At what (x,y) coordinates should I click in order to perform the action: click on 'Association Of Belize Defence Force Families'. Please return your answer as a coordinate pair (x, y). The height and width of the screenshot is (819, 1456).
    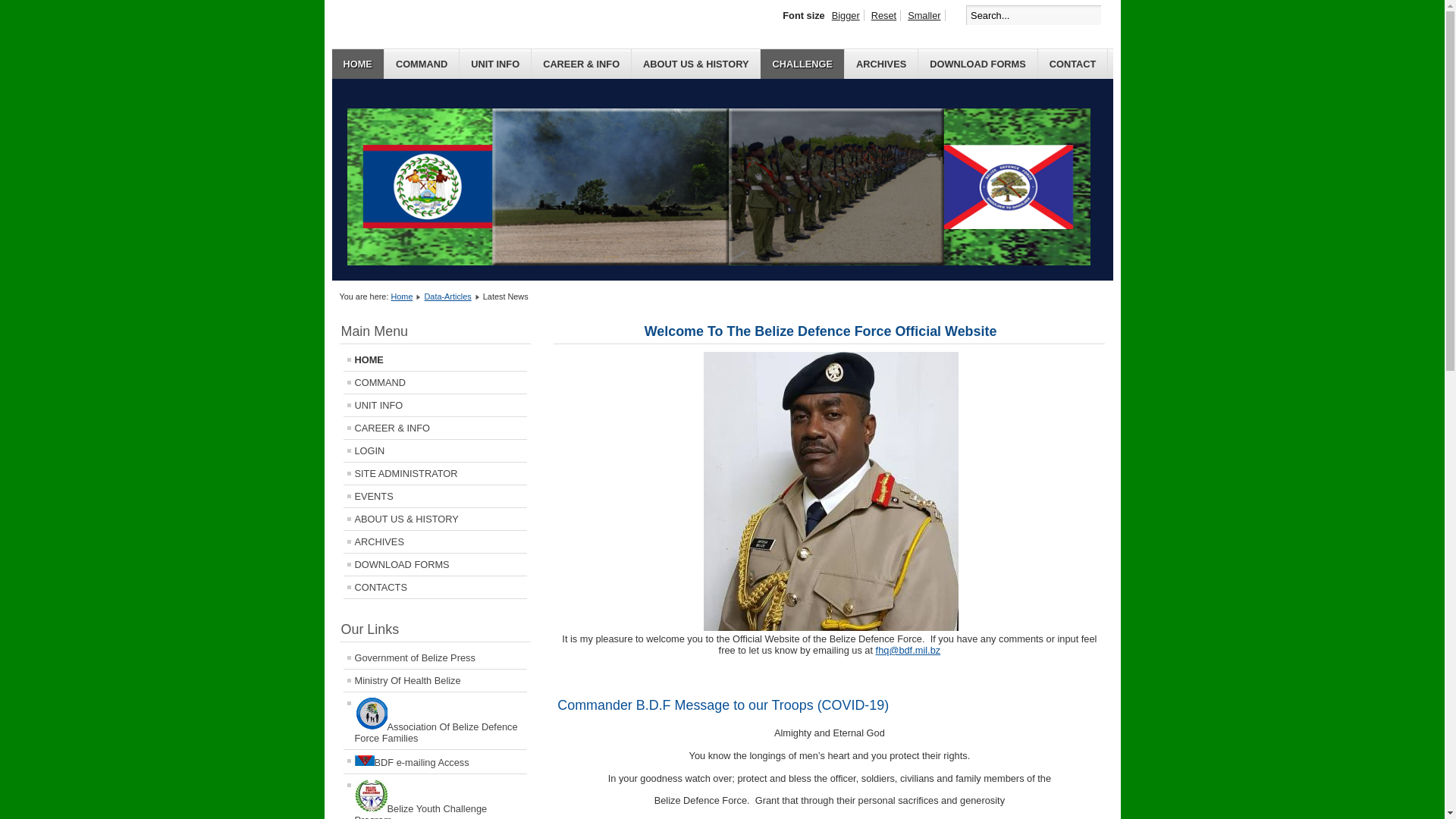
    Looking at the image, I should click on (434, 720).